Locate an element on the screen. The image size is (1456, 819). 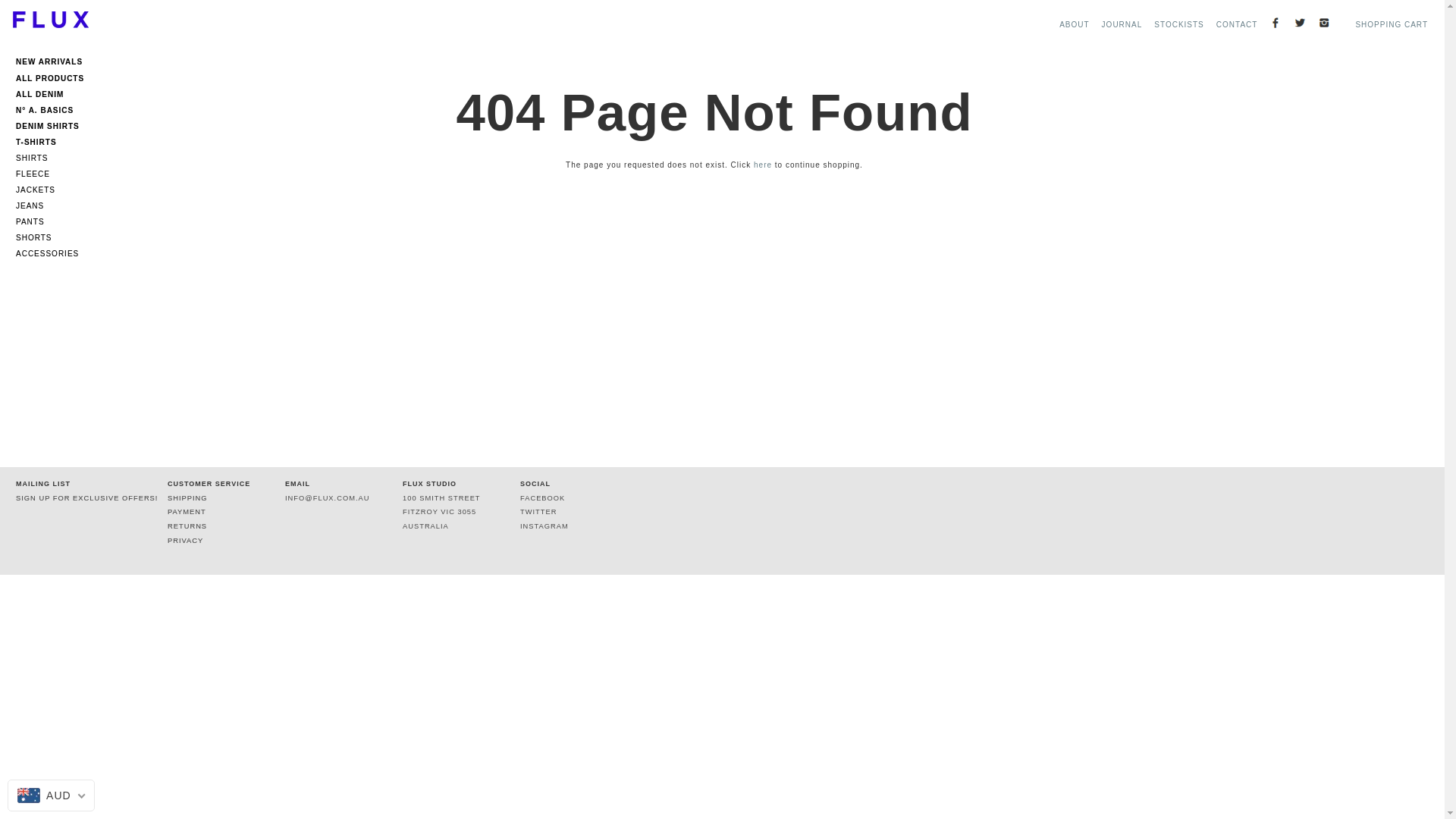
'SHIPPING' is located at coordinates (167, 497).